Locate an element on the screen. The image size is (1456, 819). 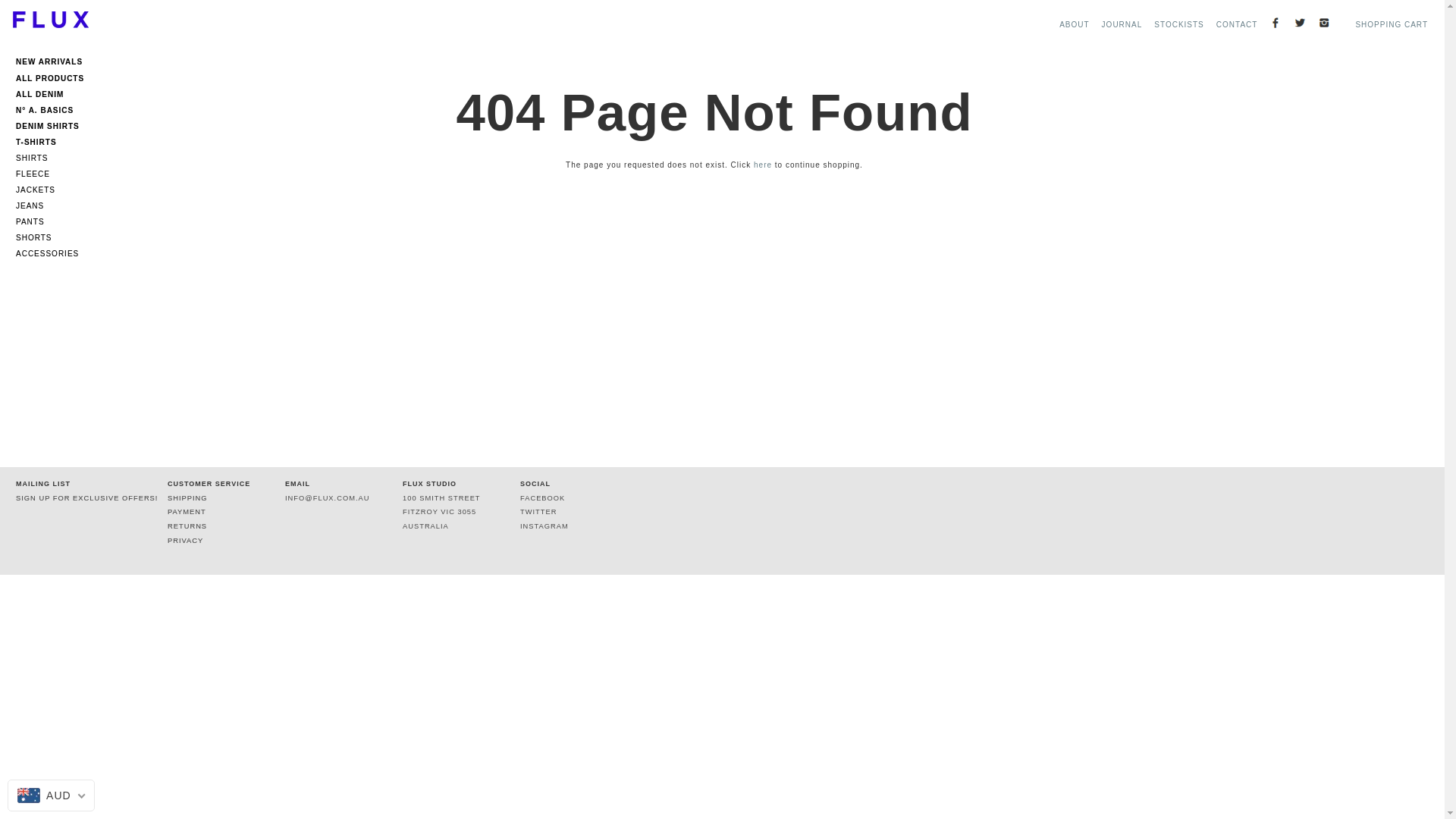
'SHIPPING' is located at coordinates (167, 497).